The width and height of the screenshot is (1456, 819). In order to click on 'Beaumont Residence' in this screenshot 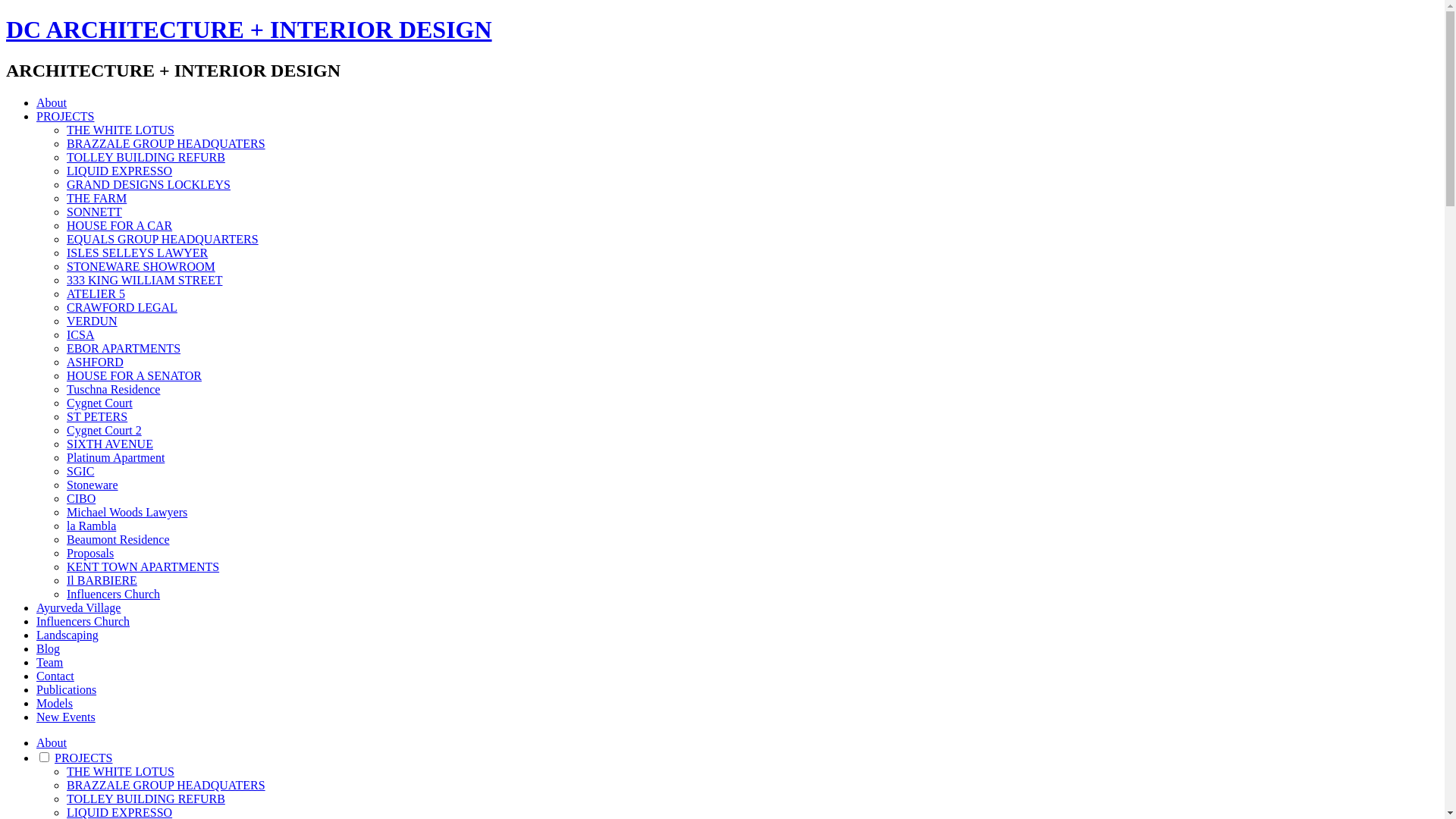, I will do `click(118, 538)`.